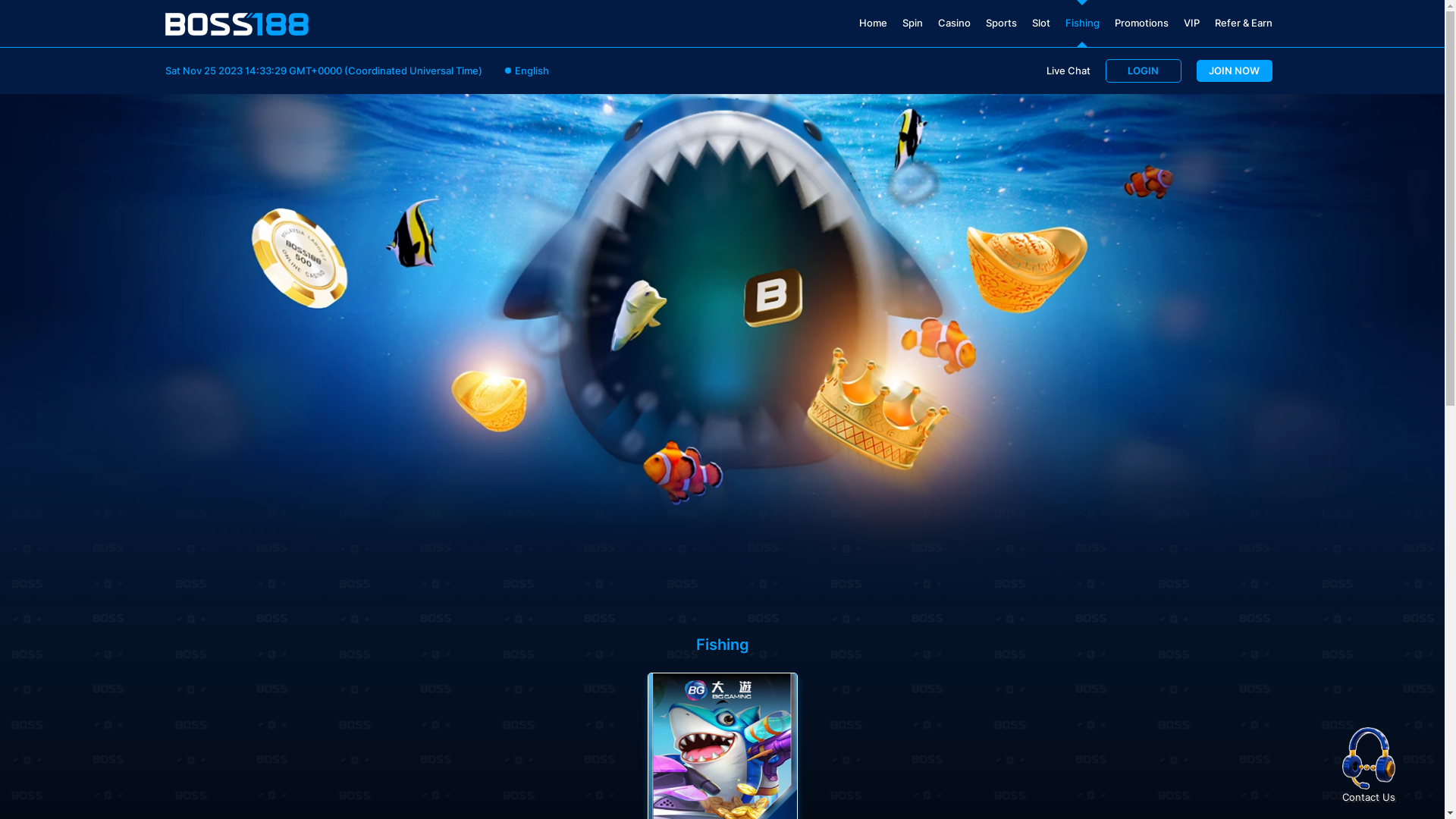 The width and height of the screenshot is (1456, 819). I want to click on 'VIP', so click(1190, 23).